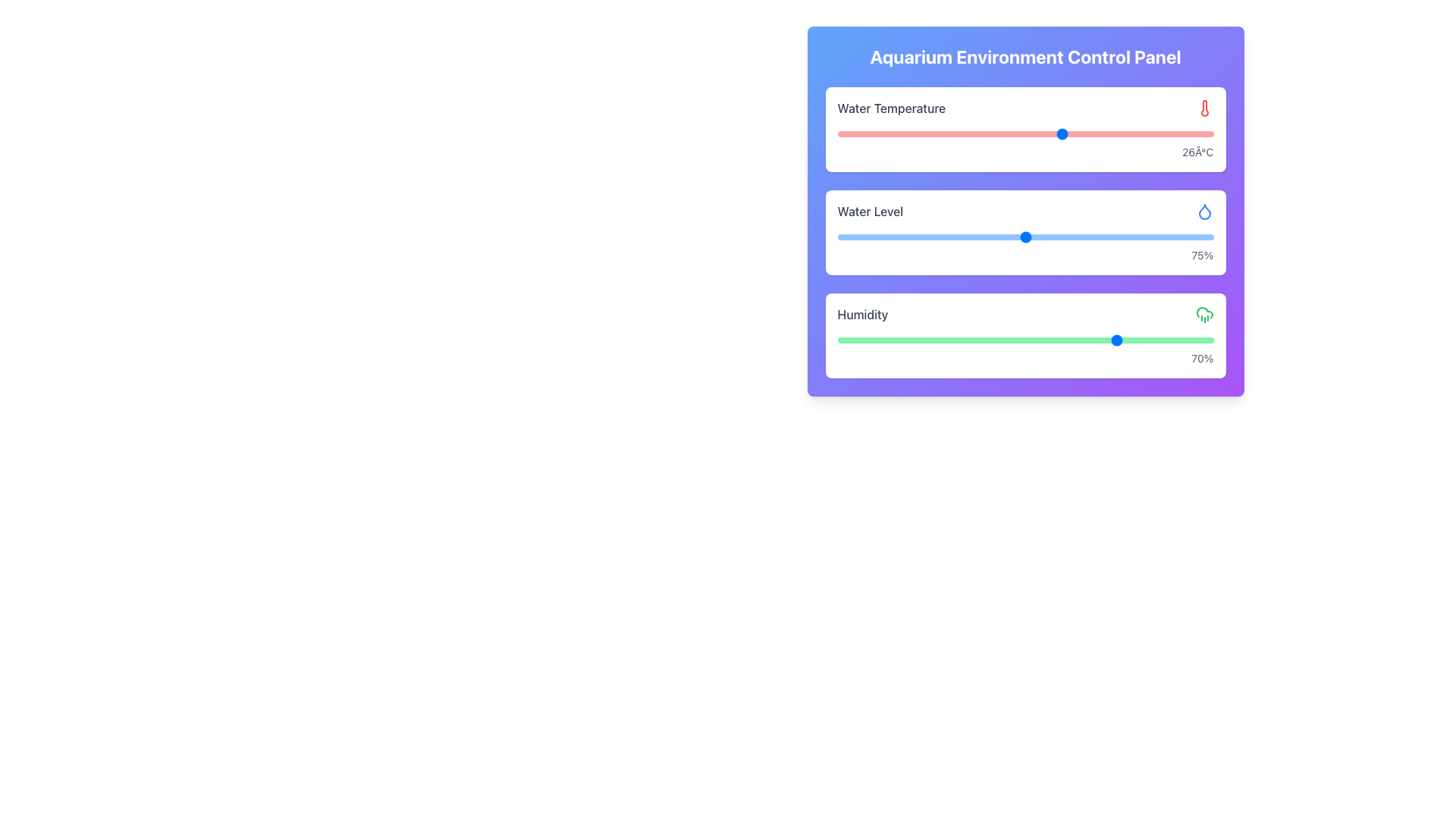 The width and height of the screenshot is (1456, 819). Describe the element at coordinates (1025, 107) in the screenshot. I see `the 'Water Temperature' label which displays the text in gray font aligned with a red thermometer icon on the right` at that location.